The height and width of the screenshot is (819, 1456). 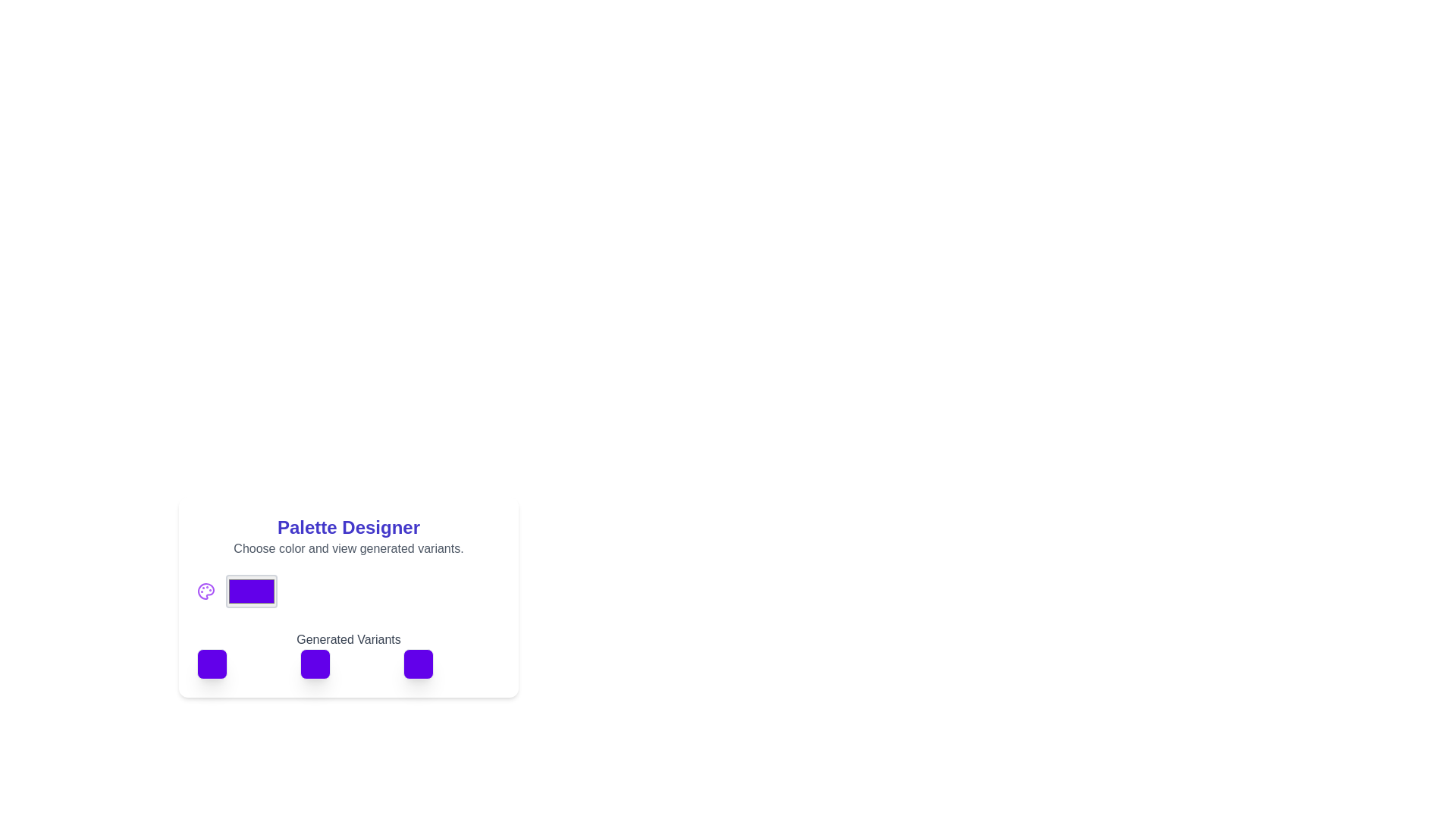 I want to click on the first button in the horizontal arrangement of three identical buttons located within the 'Generated Variants' card, so click(x=211, y=663).